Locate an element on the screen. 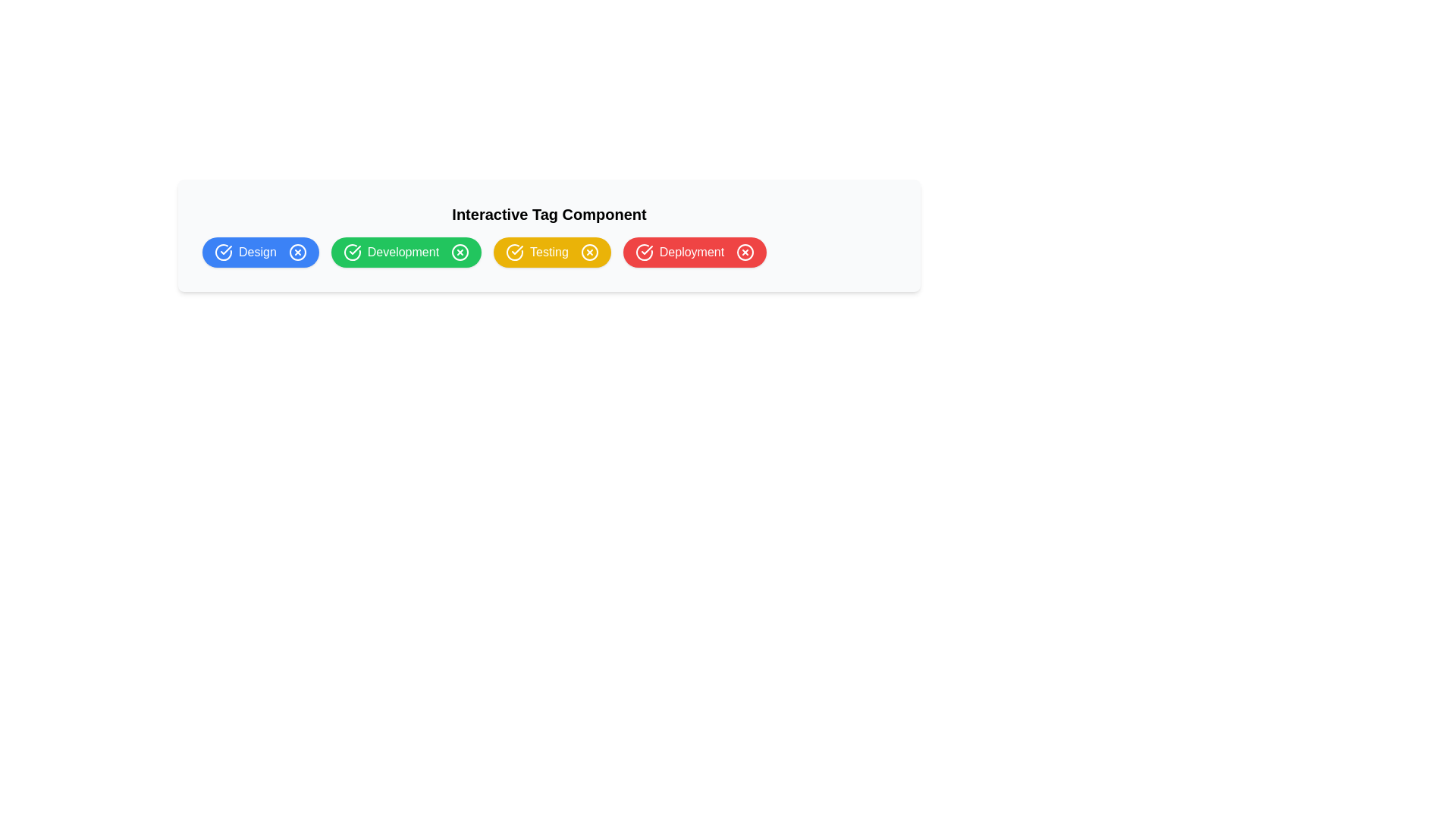  the 'Testing' text label which indicates the status or category and is centrally located among tag-like buttons is located at coordinates (548, 251).